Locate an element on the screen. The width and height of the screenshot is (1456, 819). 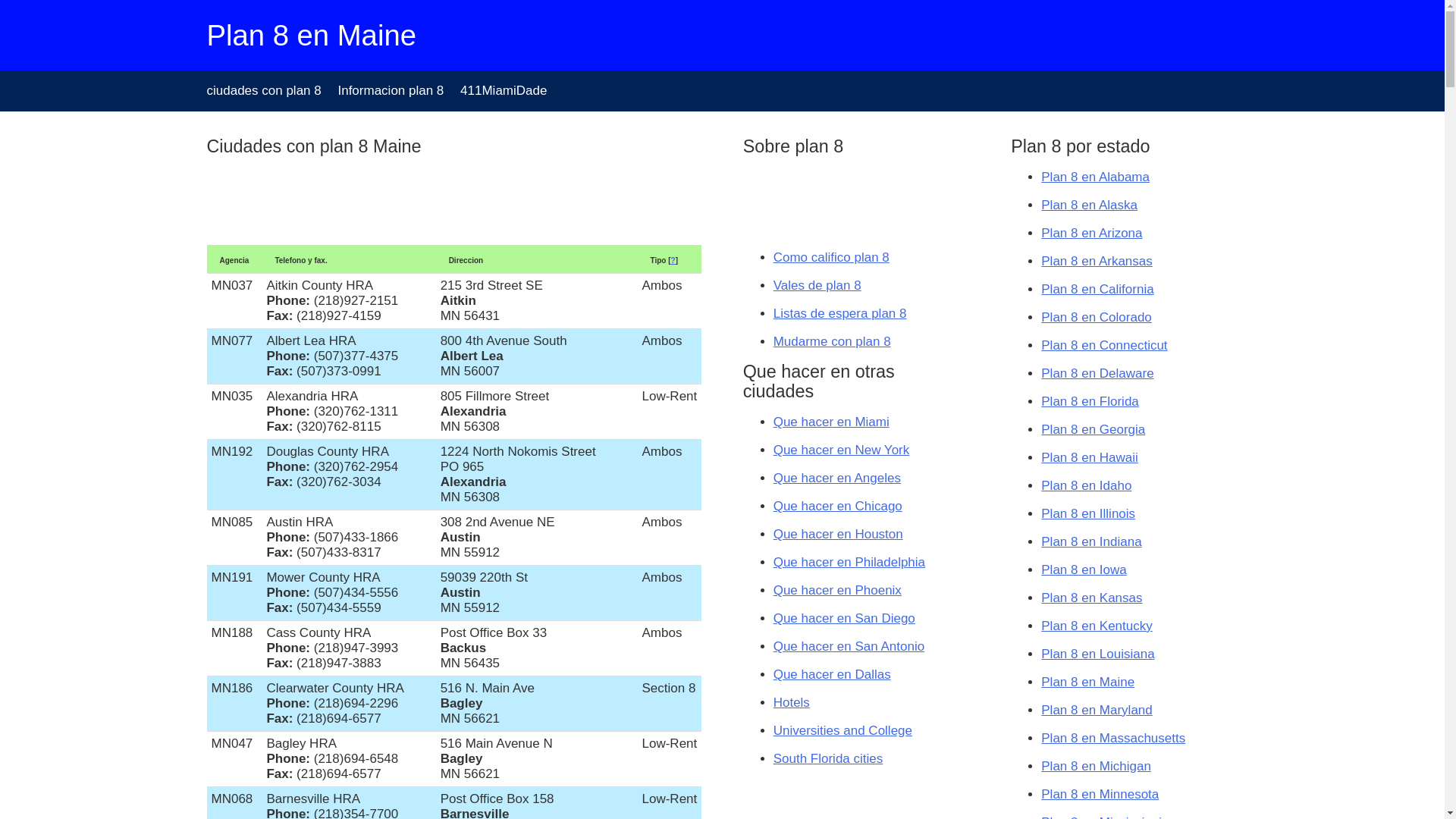
'Plan 8 en Iowa' is located at coordinates (1083, 570).